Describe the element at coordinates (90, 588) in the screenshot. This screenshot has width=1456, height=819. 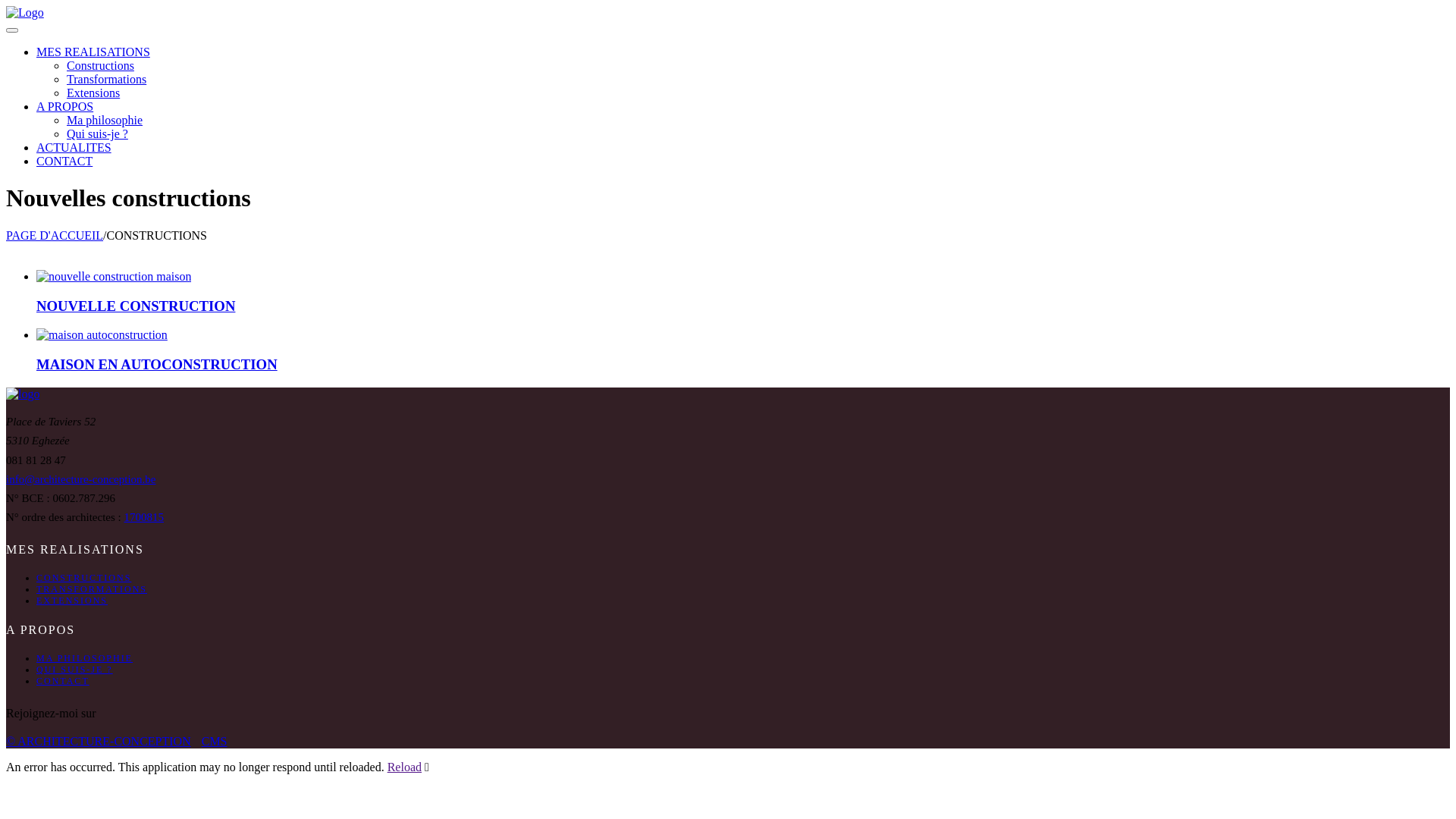
I see `'TRANSFORMATIONS'` at that location.